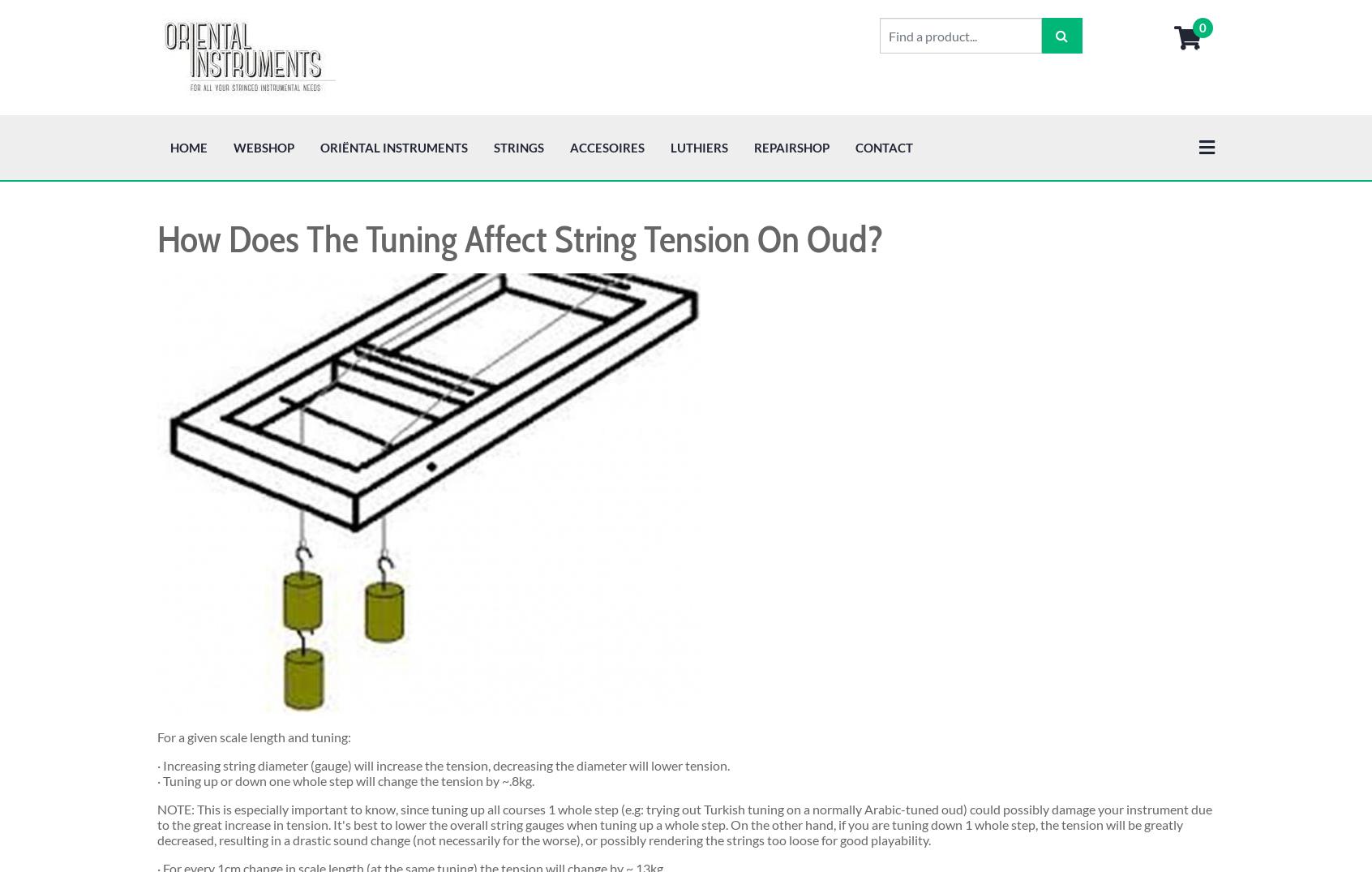 The image size is (1372, 872). What do you see at coordinates (192, 785) in the screenshot?
I see `'Prev'` at bounding box center [192, 785].